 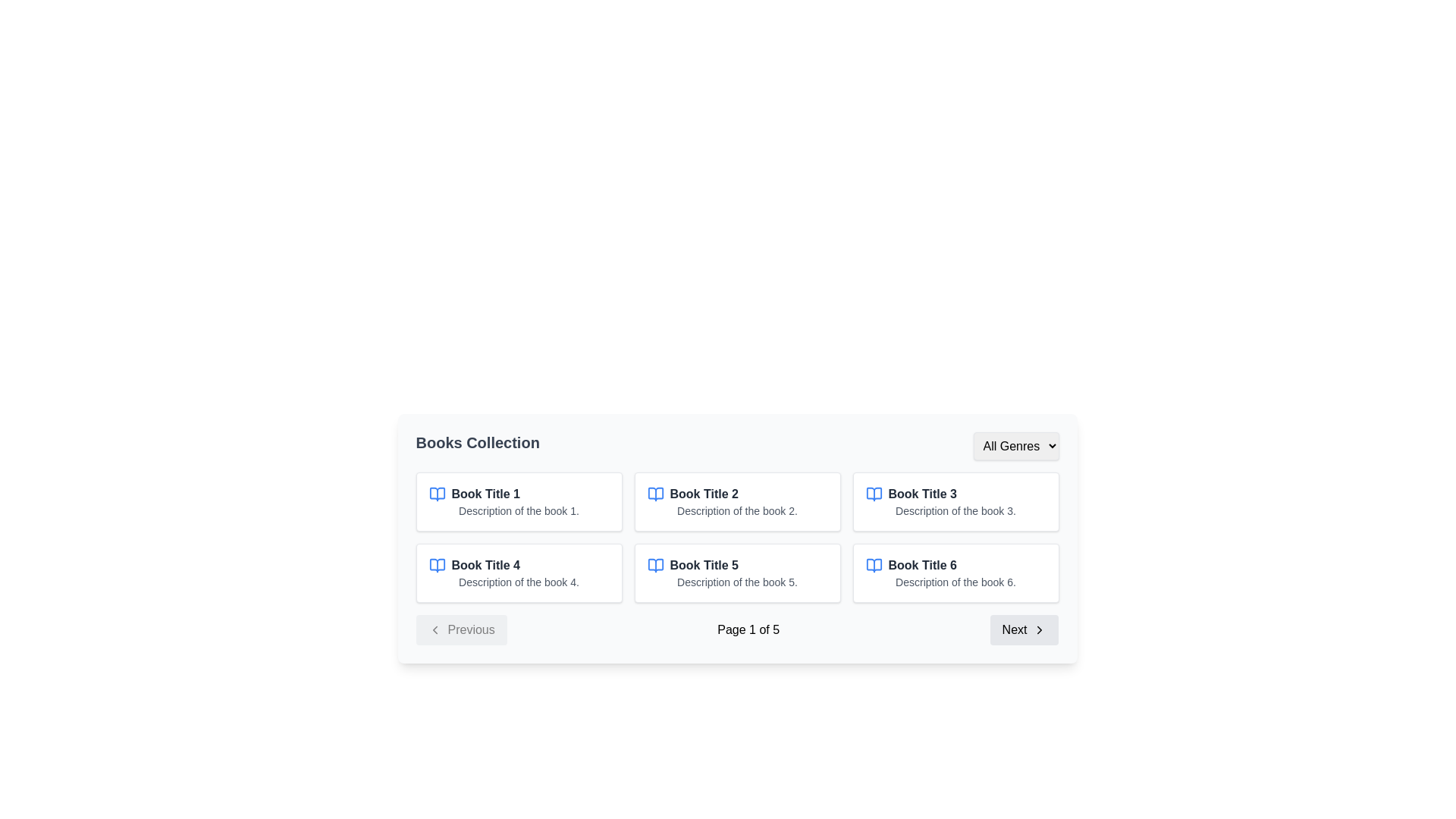 I want to click on the 'Book Title 5' text element with the accompanying blue book icon, so click(x=737, y=565).